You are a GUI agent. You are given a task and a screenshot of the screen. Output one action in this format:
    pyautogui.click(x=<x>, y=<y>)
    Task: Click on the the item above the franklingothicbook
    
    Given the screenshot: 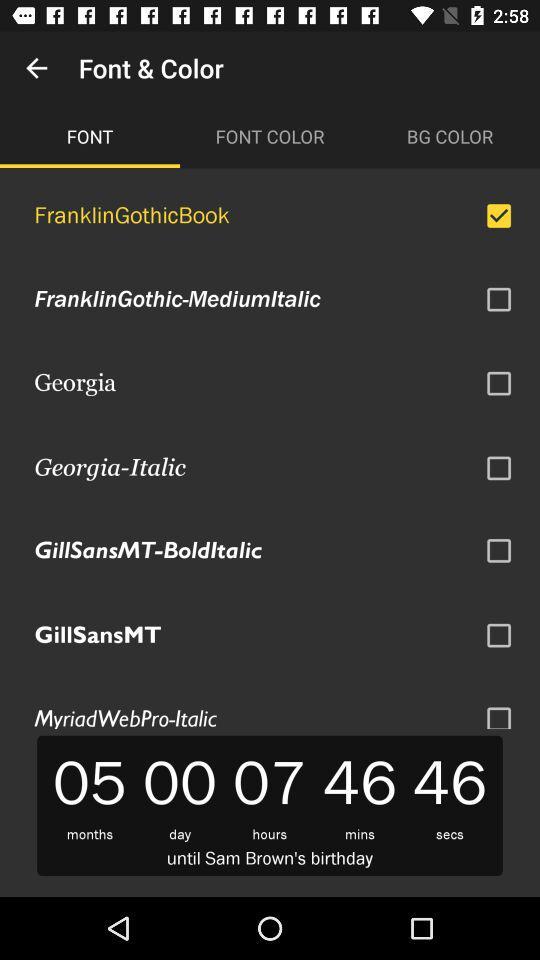 What is the action you would take?
    pyautogui.click(x=449, y=135)
    